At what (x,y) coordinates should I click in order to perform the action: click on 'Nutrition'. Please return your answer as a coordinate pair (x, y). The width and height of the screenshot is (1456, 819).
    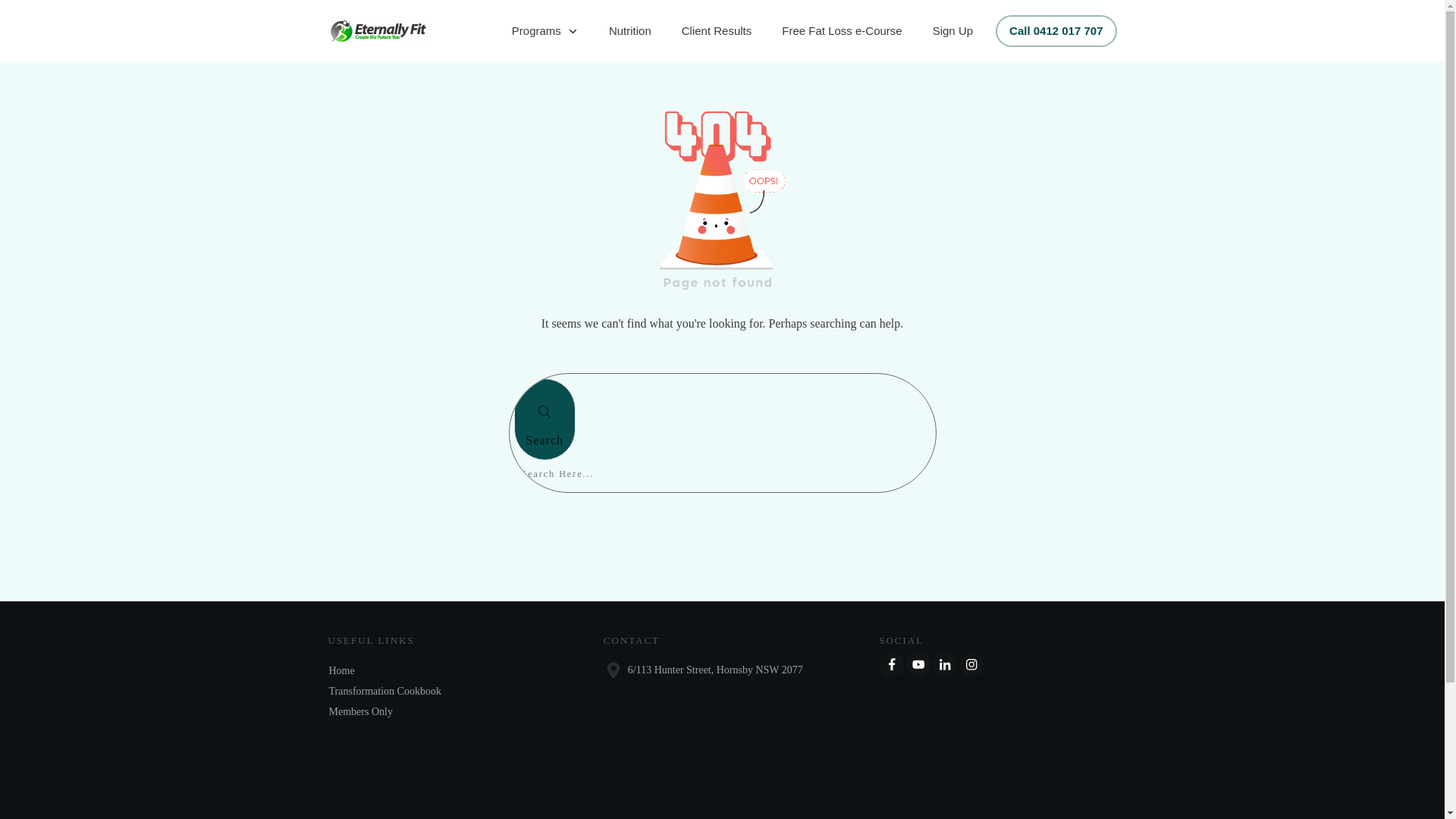
    Looking at the image, I should click on (629, 31).